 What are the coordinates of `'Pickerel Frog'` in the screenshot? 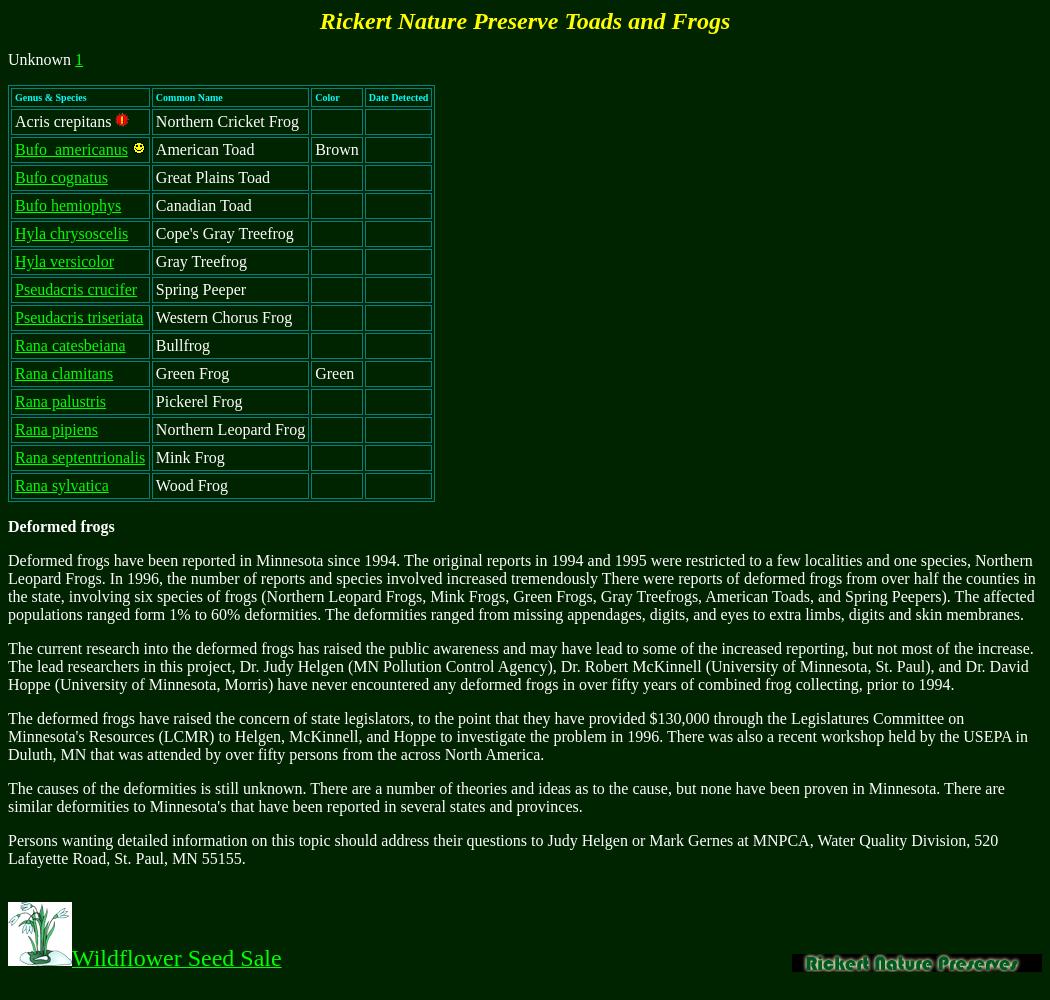 It's located at (197, 401).